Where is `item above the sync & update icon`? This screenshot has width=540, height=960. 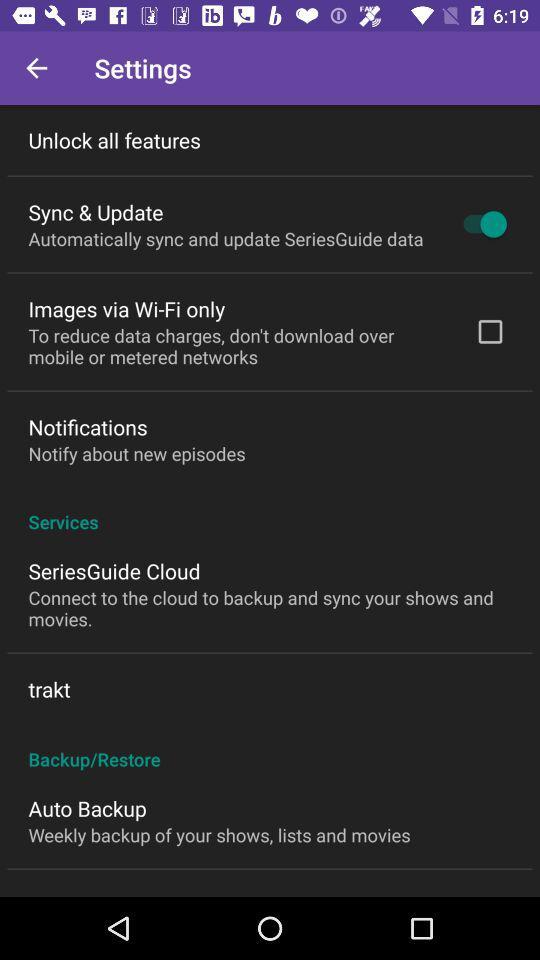
item above the sync & update icon is located at coordinates (114, 139).